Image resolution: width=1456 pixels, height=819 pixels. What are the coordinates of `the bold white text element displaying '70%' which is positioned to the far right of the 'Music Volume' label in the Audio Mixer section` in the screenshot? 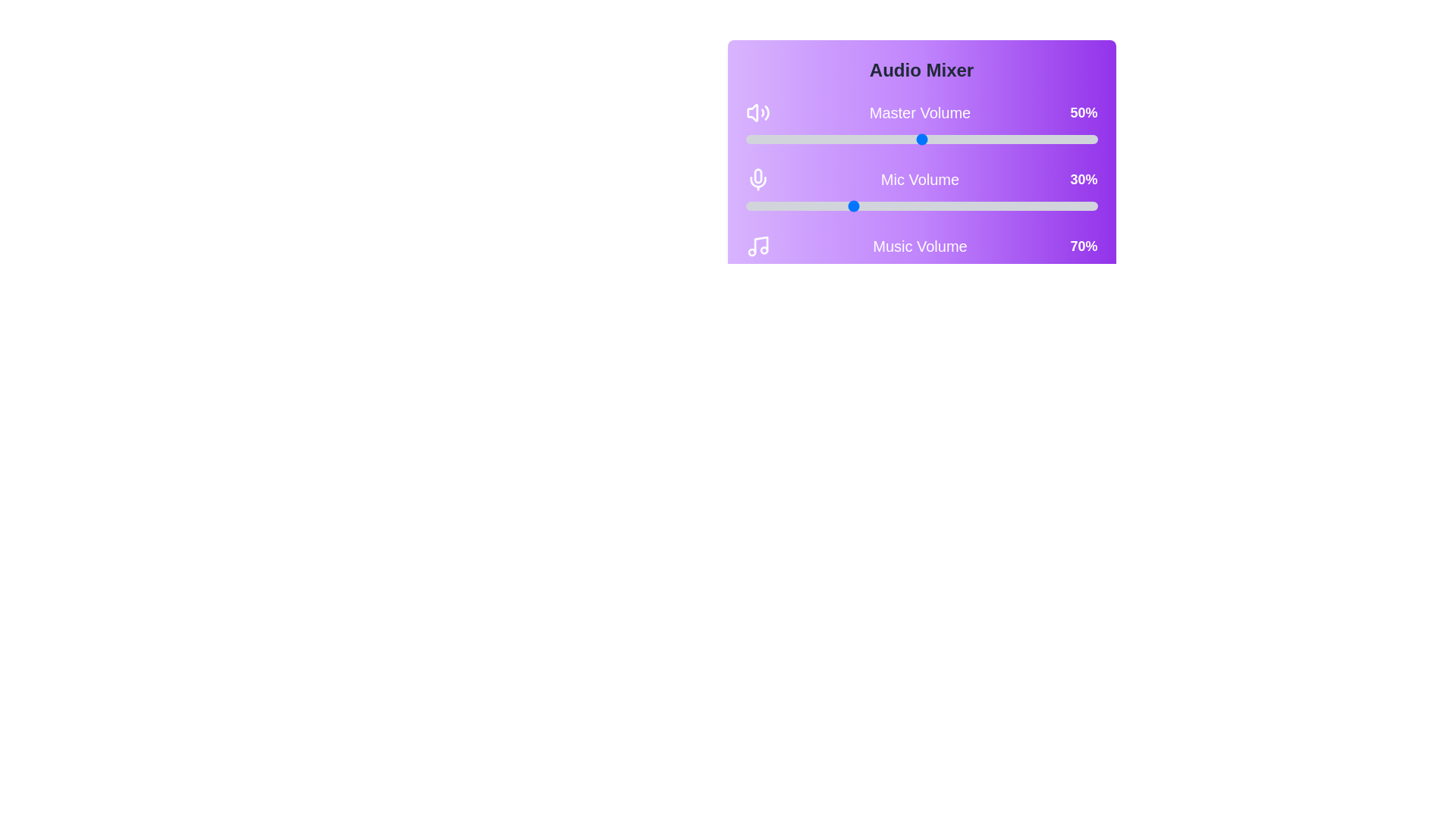 It's located at (1083, 245).